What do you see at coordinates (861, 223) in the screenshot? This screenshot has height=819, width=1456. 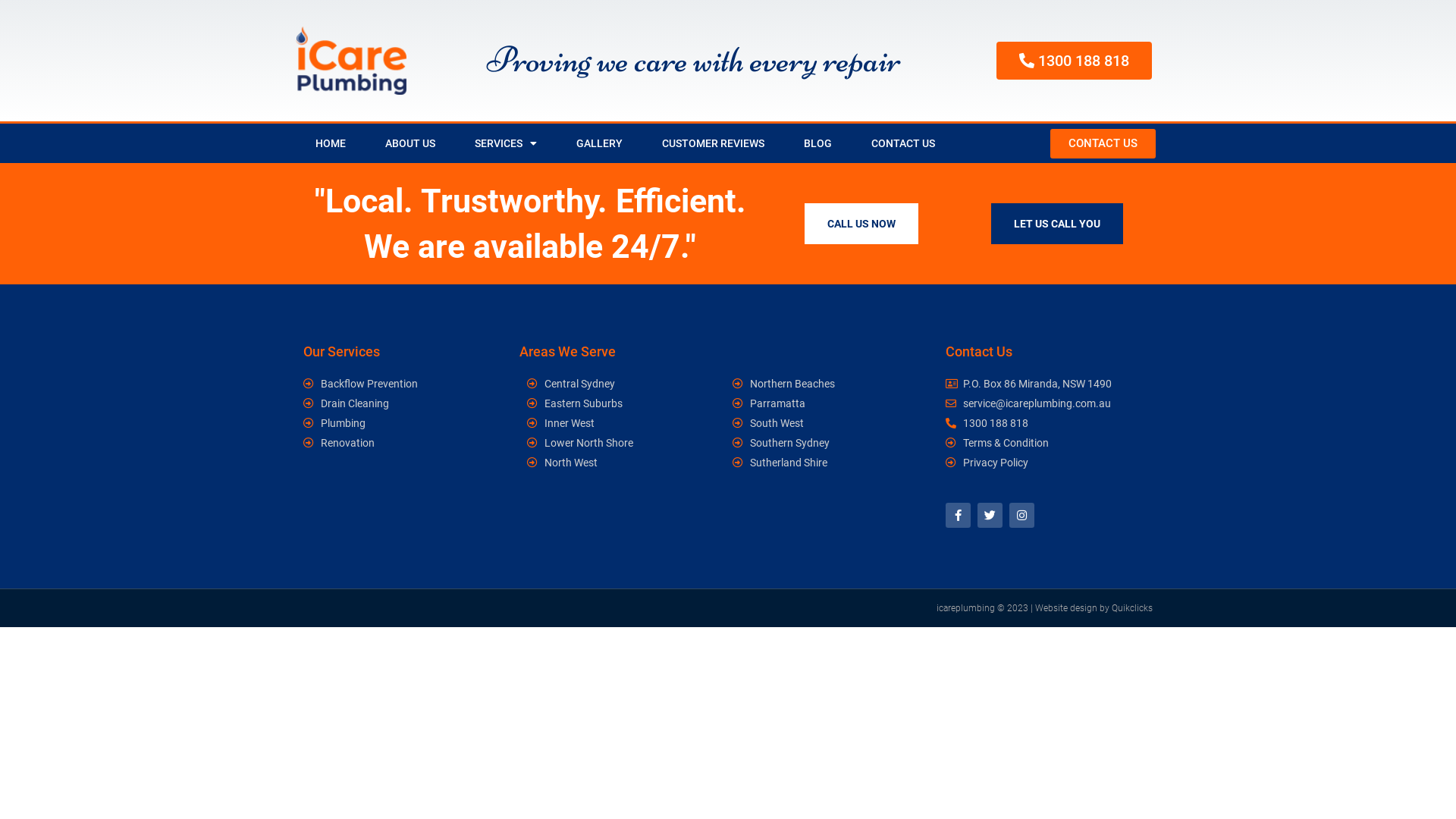 I see `'CALL US NOW'` at bounding box center [861, 223].